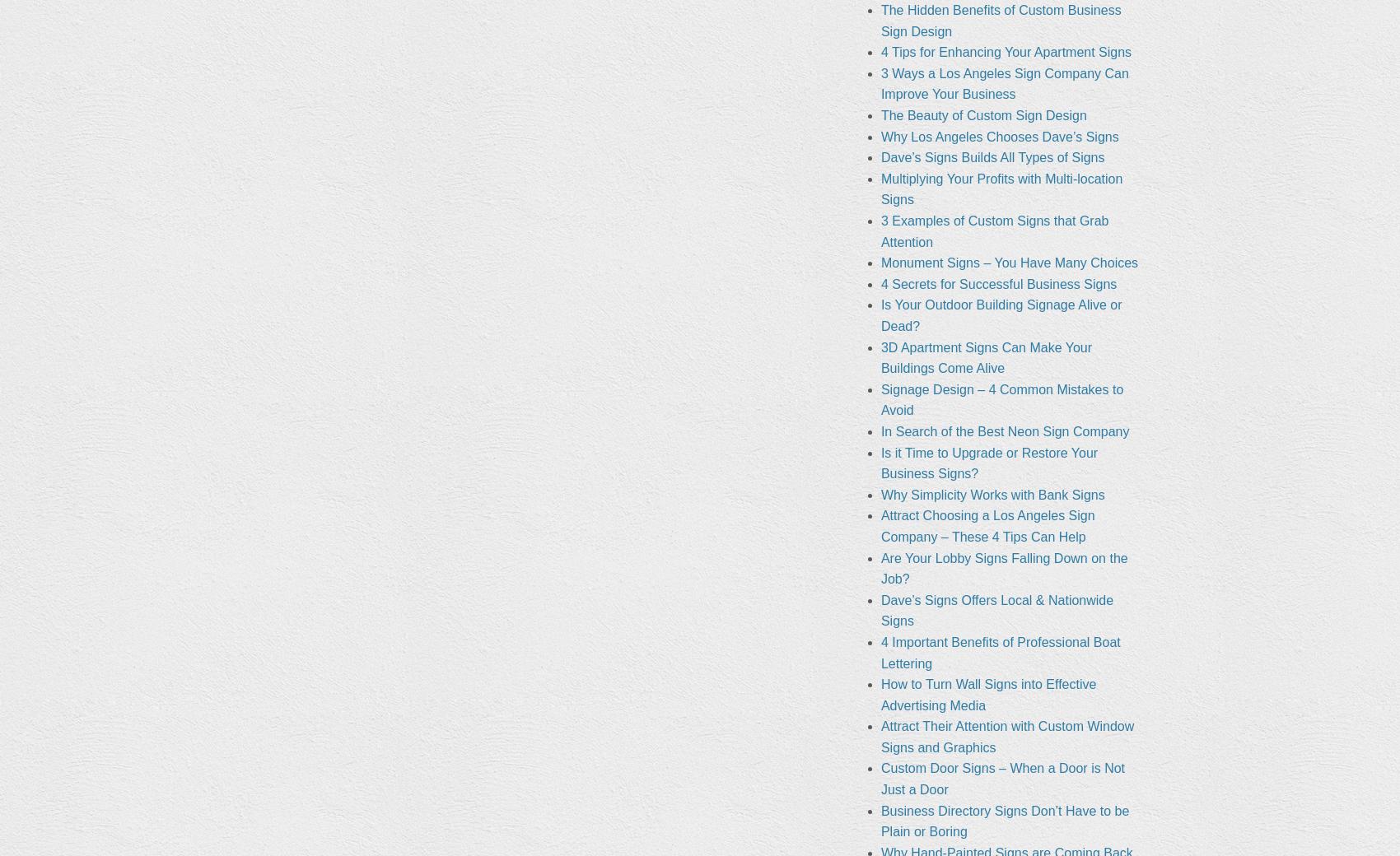  I want to click on 'Dave’s Signs Builds All Types of Signs', so click(991, 157).